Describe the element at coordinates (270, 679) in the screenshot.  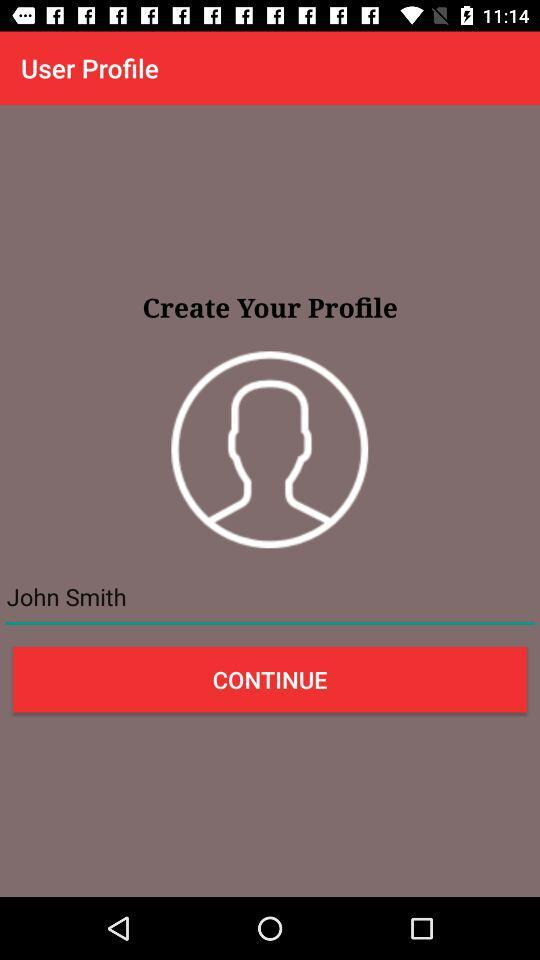
I see `continue icon` at that location.